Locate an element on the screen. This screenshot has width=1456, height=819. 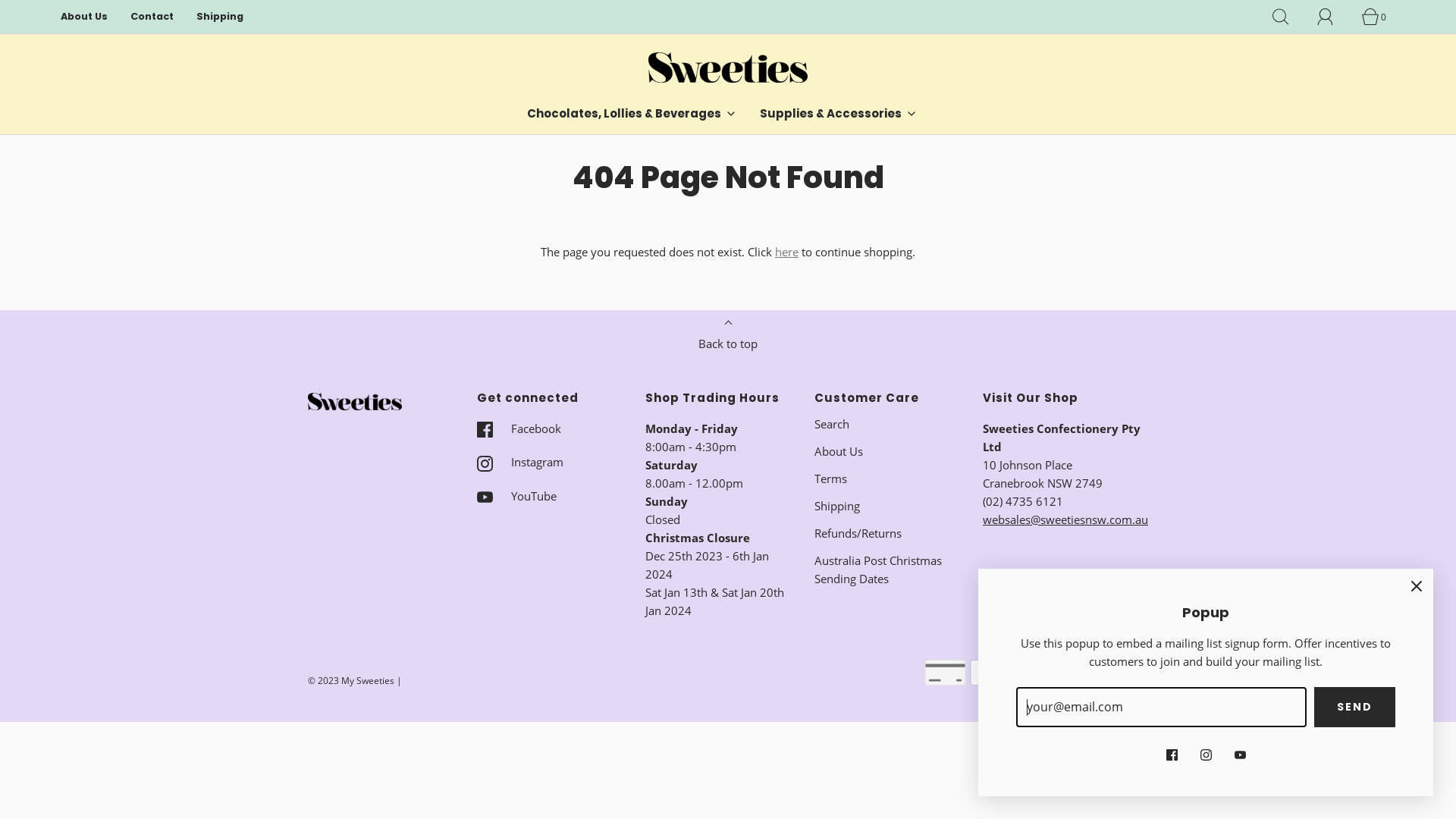
'SEND' is located at coordinates (1354, 708).